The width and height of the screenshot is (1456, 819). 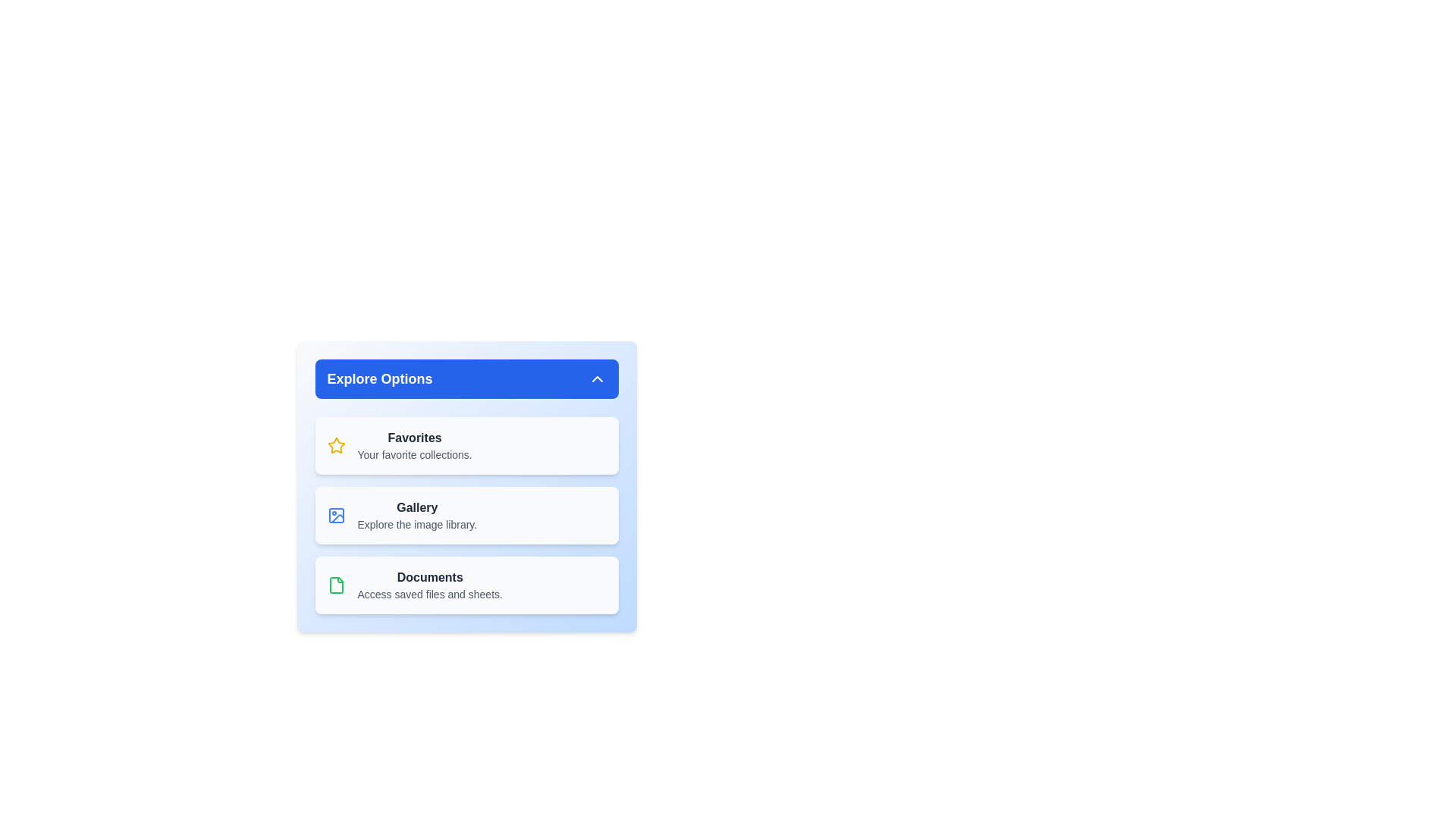 What do you see at coordinates (337, 517) in the screenshot?
I see `the 'Gallery' button icon, which is a visual indicator for exploring the image library, located at the center of the blue rectangular button` at bounding box center [337, 517].